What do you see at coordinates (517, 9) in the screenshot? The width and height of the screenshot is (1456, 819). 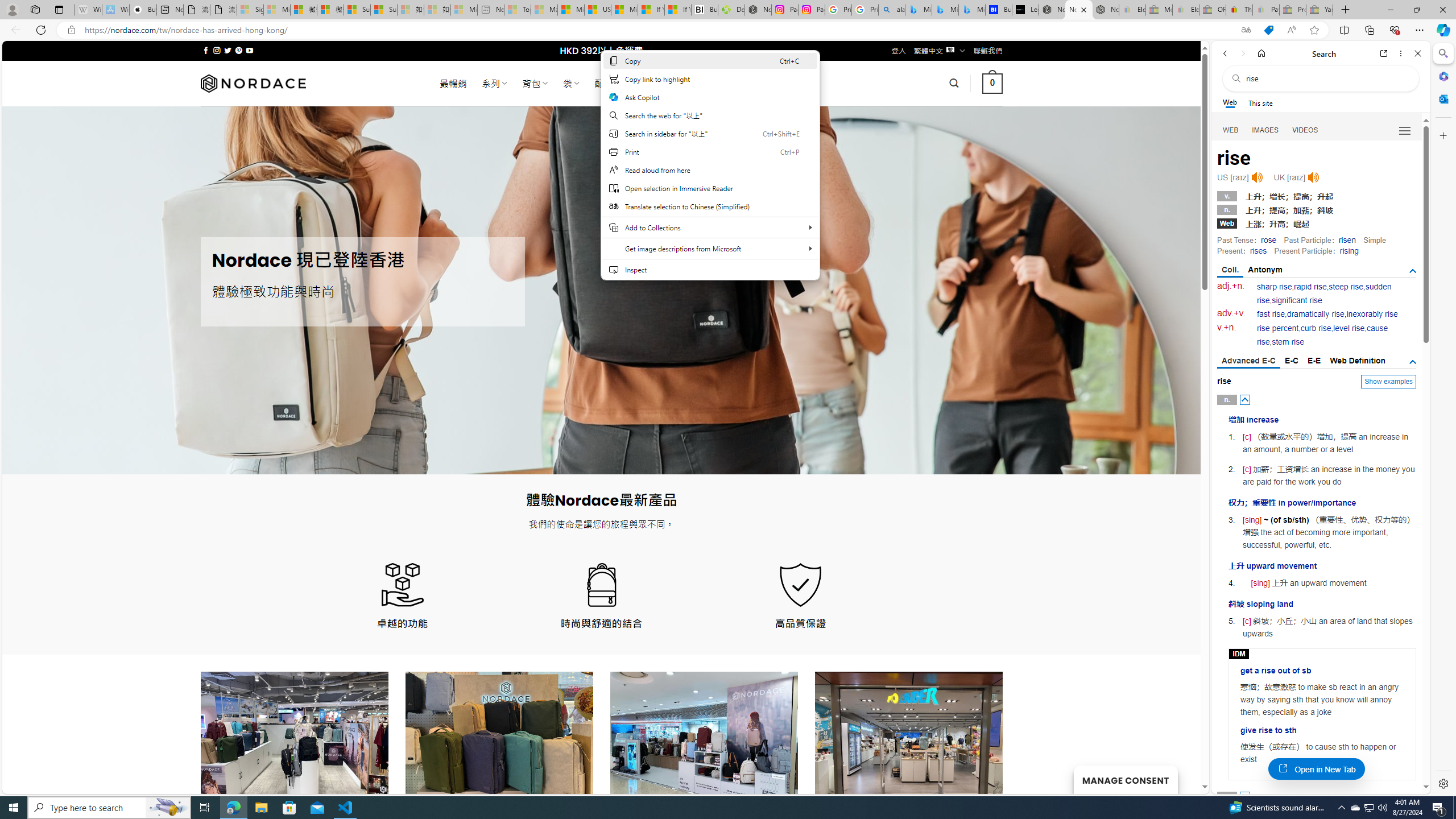 I see `'Top Stories - MSN - Sleeping'` at bounding box center [517, 9].